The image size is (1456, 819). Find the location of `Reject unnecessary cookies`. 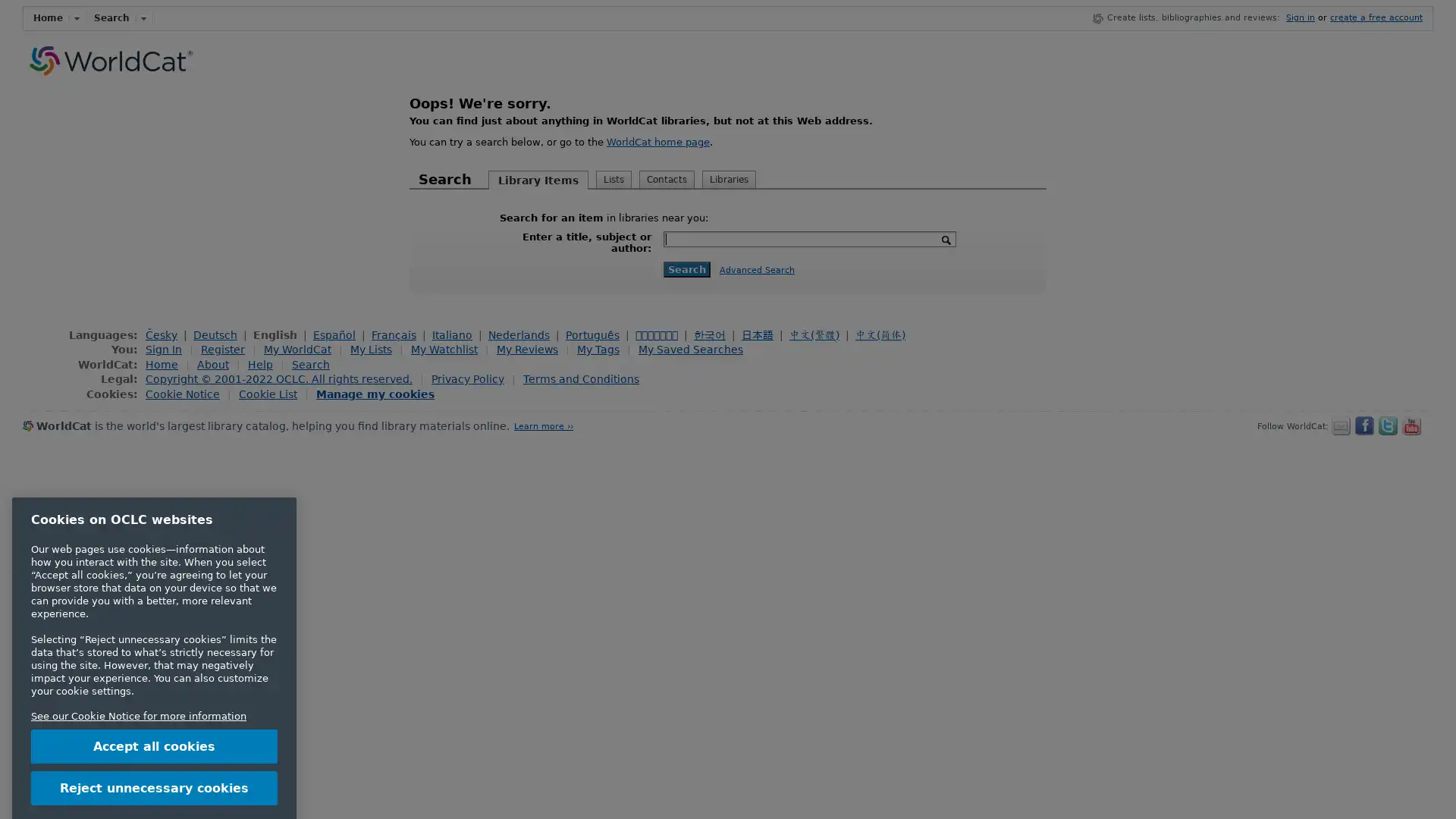

Reject unnecessary cookies is located at coordinates (154, 719).